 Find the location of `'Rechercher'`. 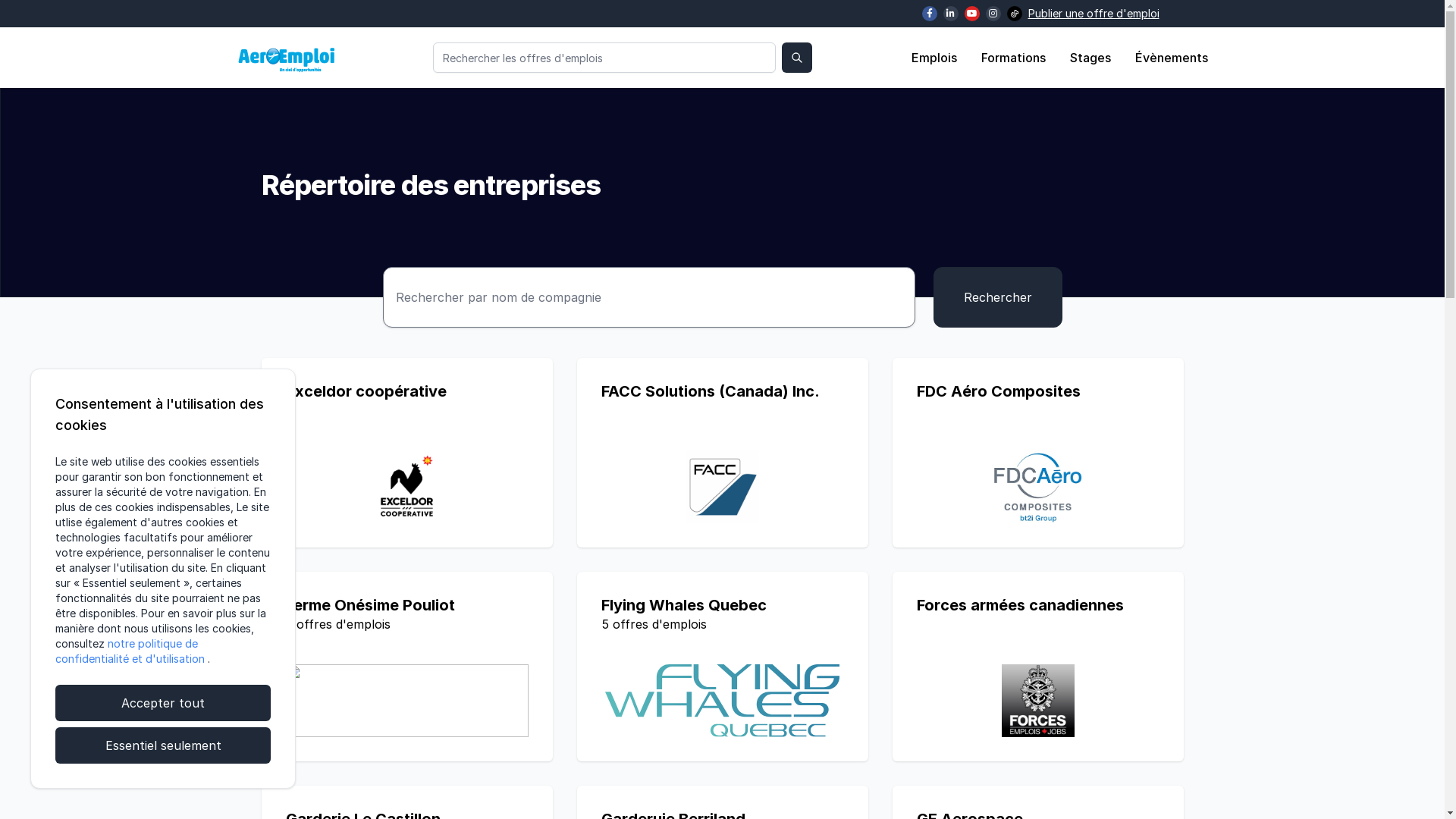

'Rechercher' is located at coordinates (931, 297).